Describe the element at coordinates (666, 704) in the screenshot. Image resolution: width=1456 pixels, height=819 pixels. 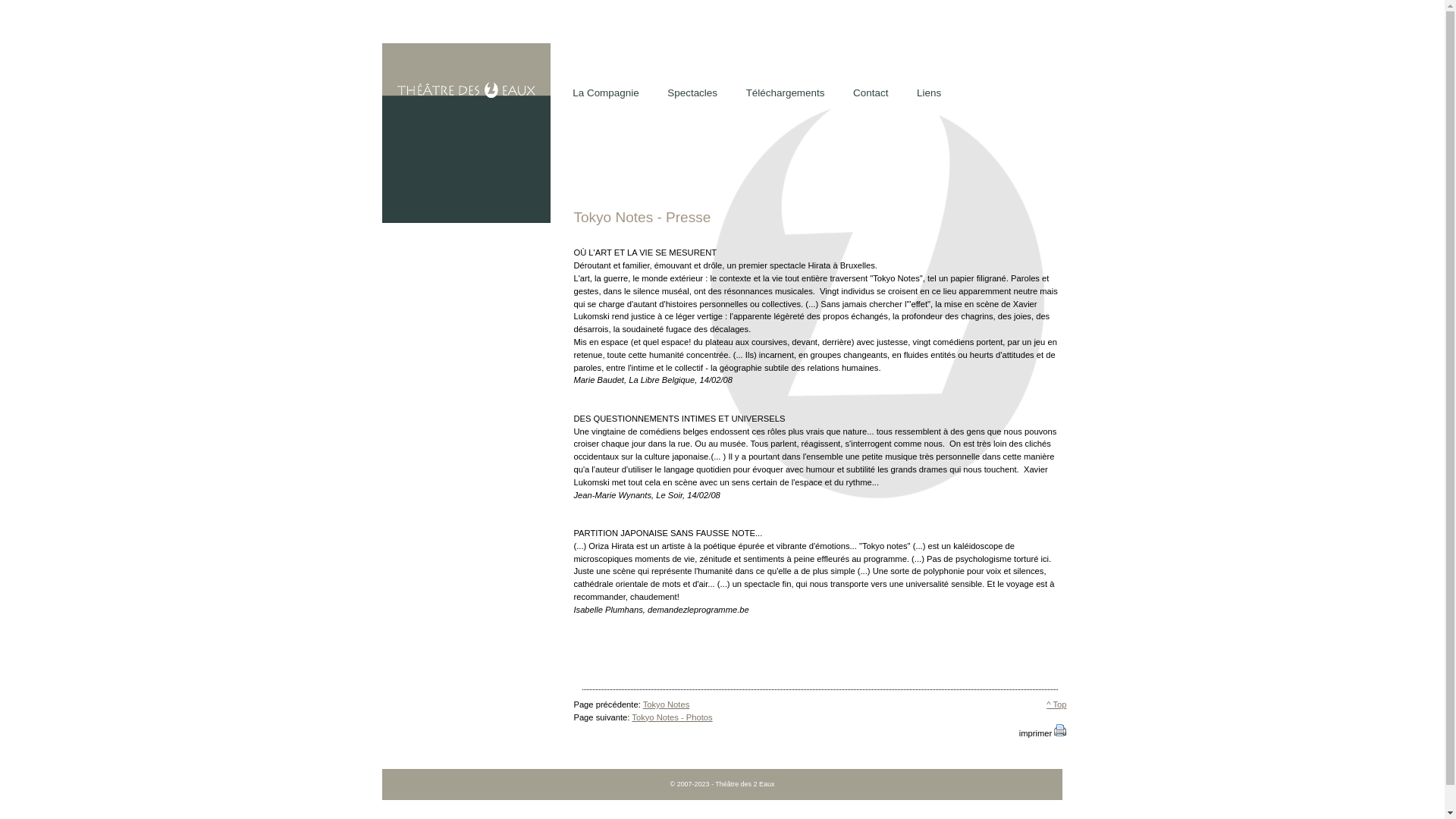
I see `'Tokyo Notes'` at that location.